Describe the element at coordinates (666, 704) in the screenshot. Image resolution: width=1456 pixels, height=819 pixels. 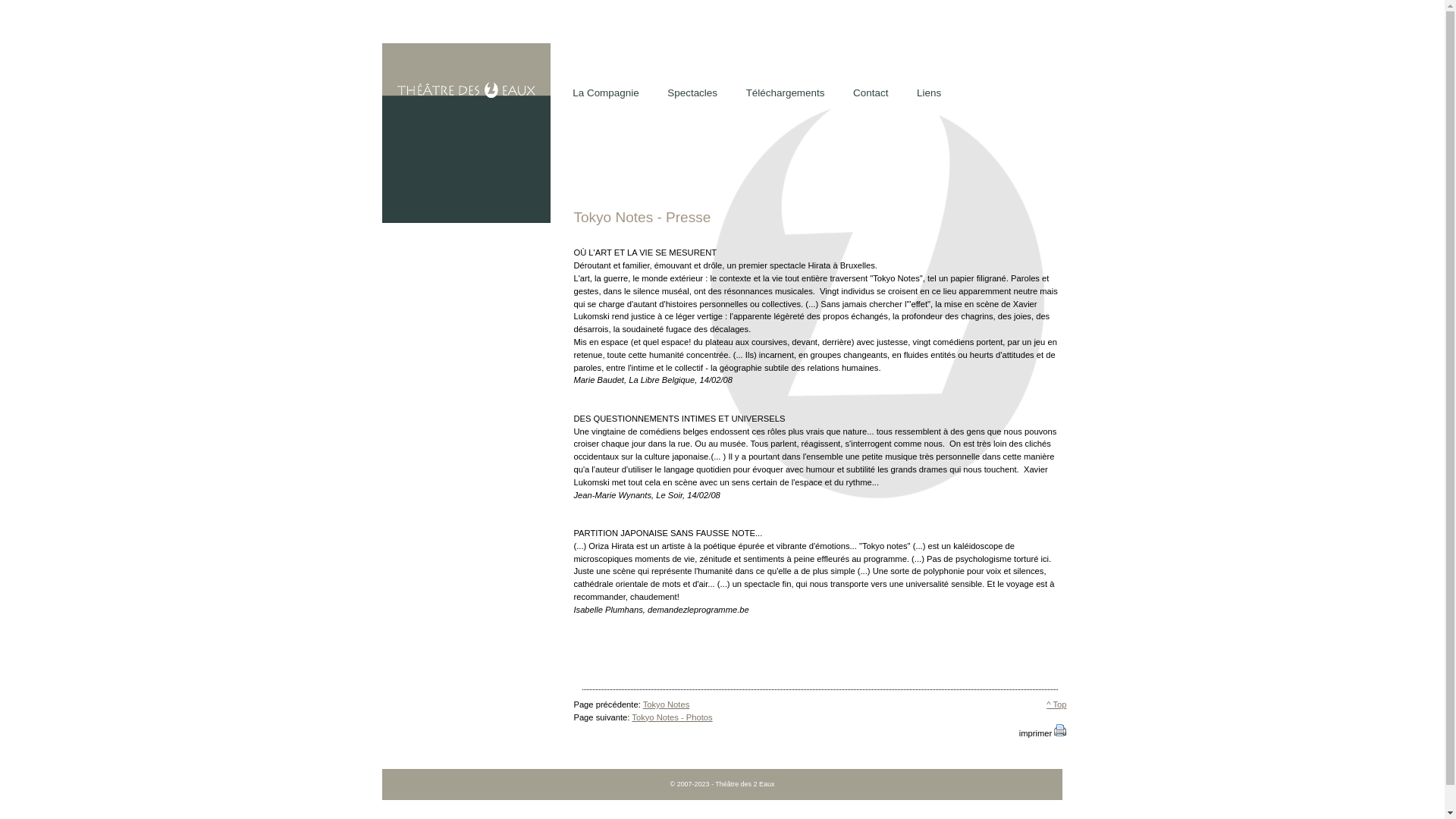
I see `'Tokyo Notes'` at that location.